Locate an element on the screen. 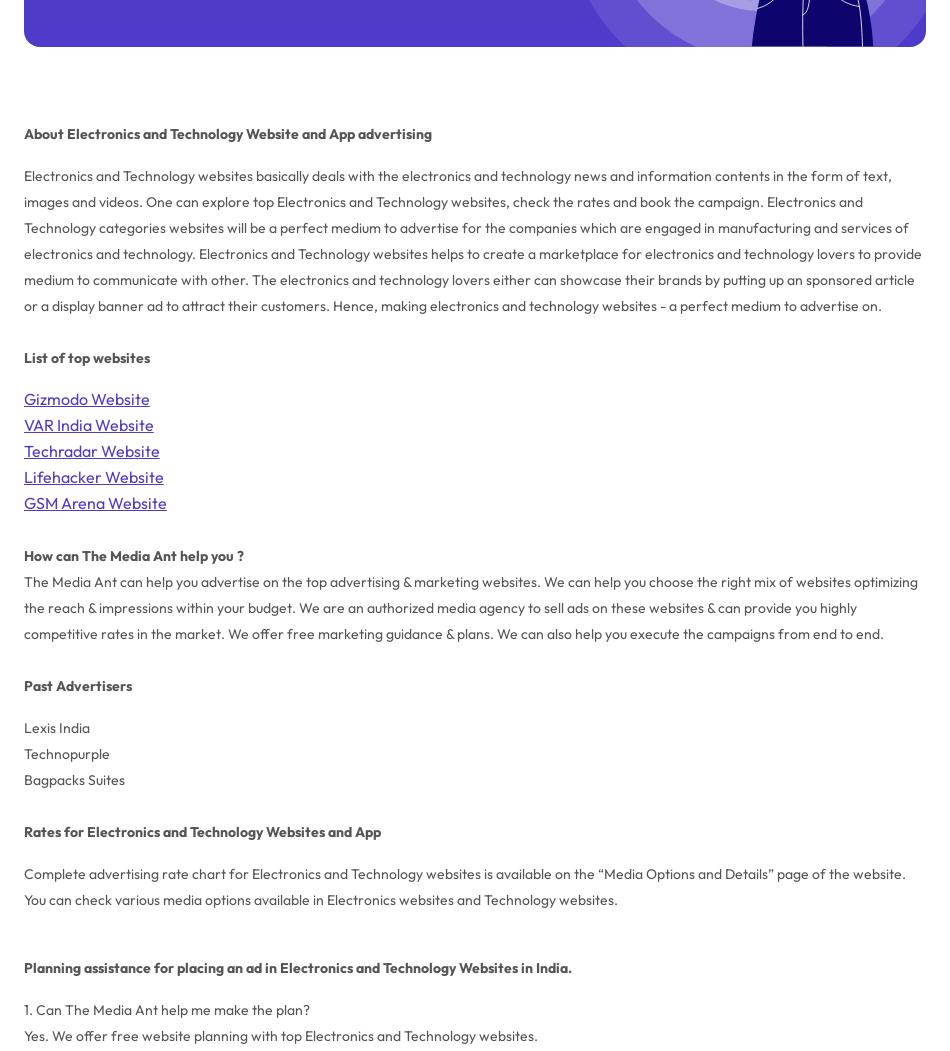 This screenshot has height=1051, width=950. 'Techradar Website' is located at coordinates (91, 449).